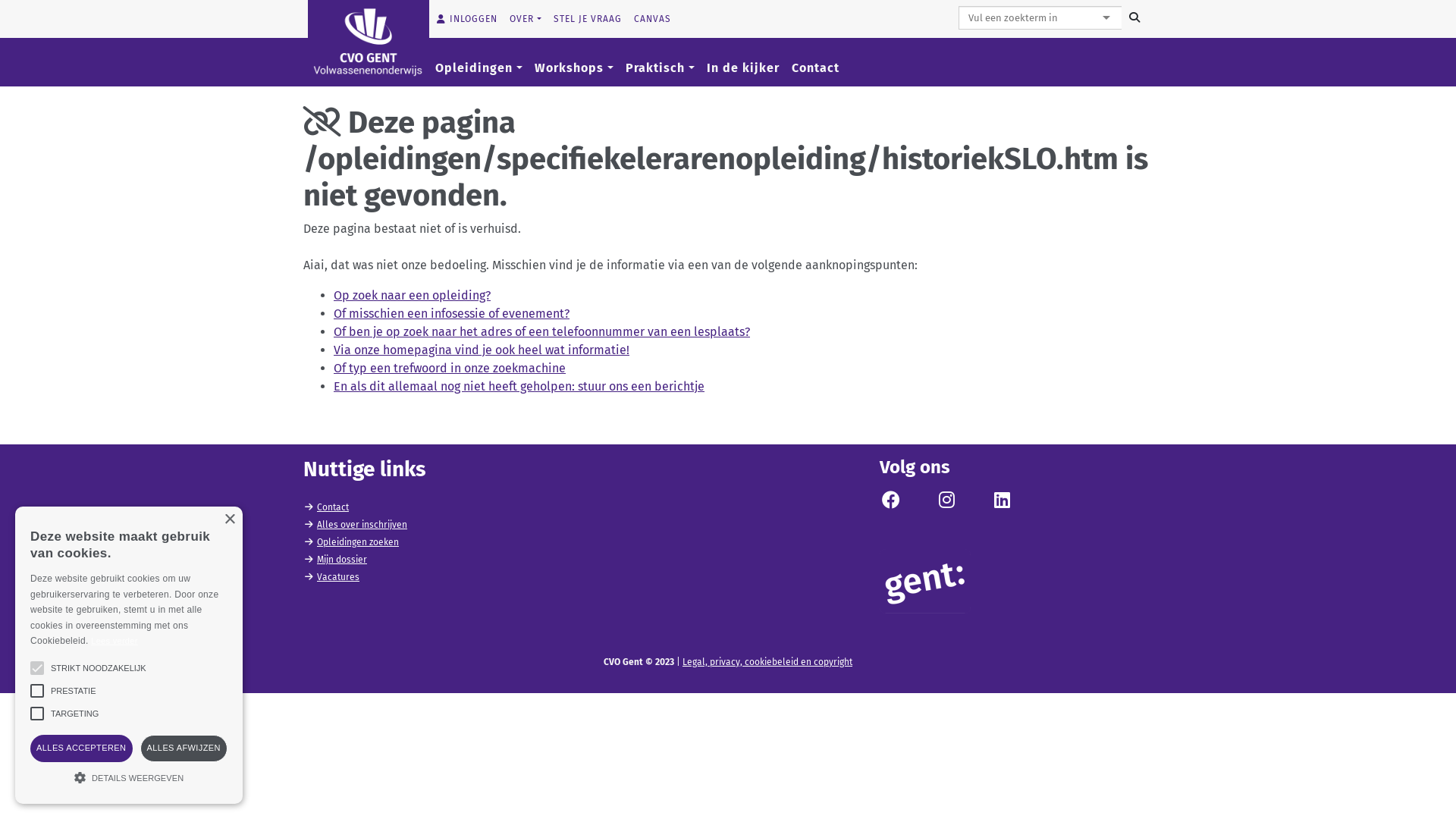 The height and width of the screenshot is (819, 1456). What do you see at coordinates (573, 67) in the screenshot?
I see `'Workshops'` at bounding box center [573, 67].